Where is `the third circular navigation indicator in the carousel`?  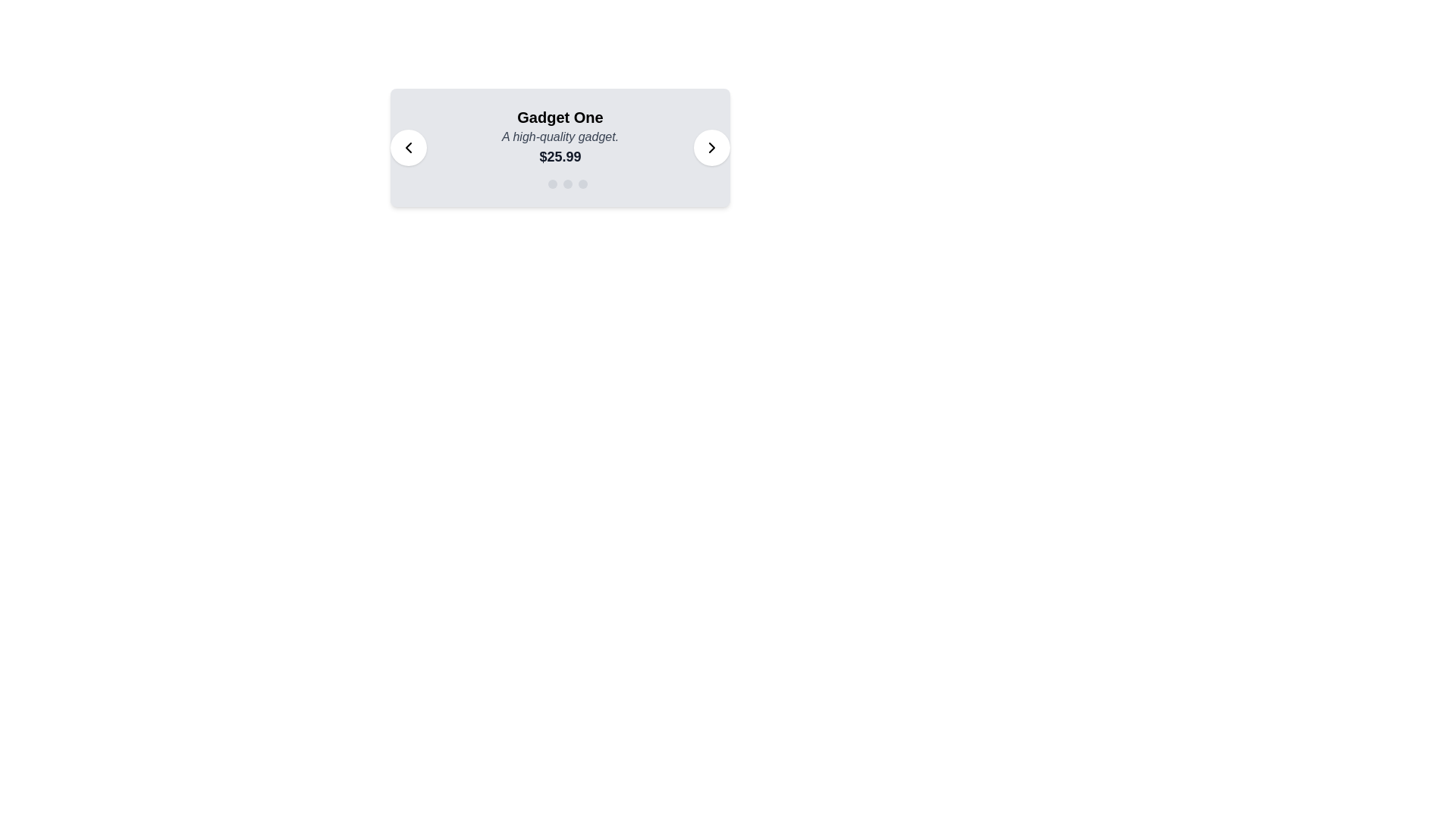 the third circular navigation indicator in the carousel is located at coordinates (566, 184).